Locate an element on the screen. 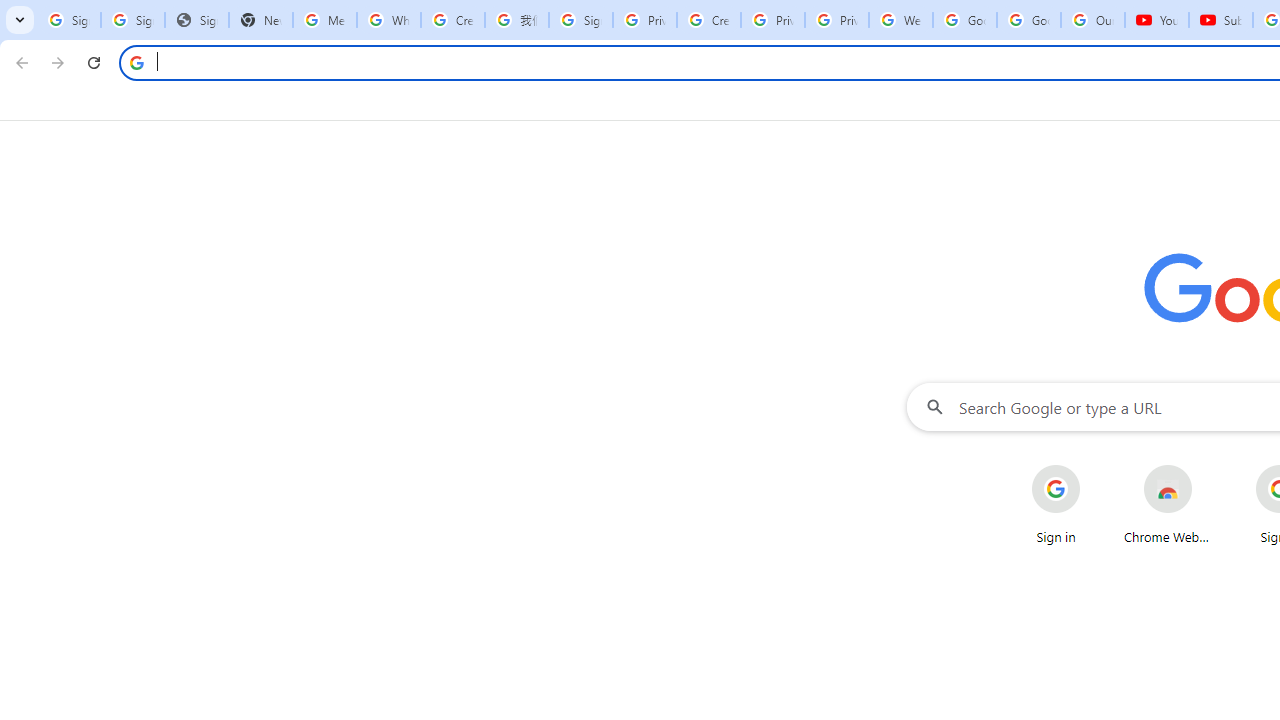  'YouTube' is located at coordinates (1157, 20).